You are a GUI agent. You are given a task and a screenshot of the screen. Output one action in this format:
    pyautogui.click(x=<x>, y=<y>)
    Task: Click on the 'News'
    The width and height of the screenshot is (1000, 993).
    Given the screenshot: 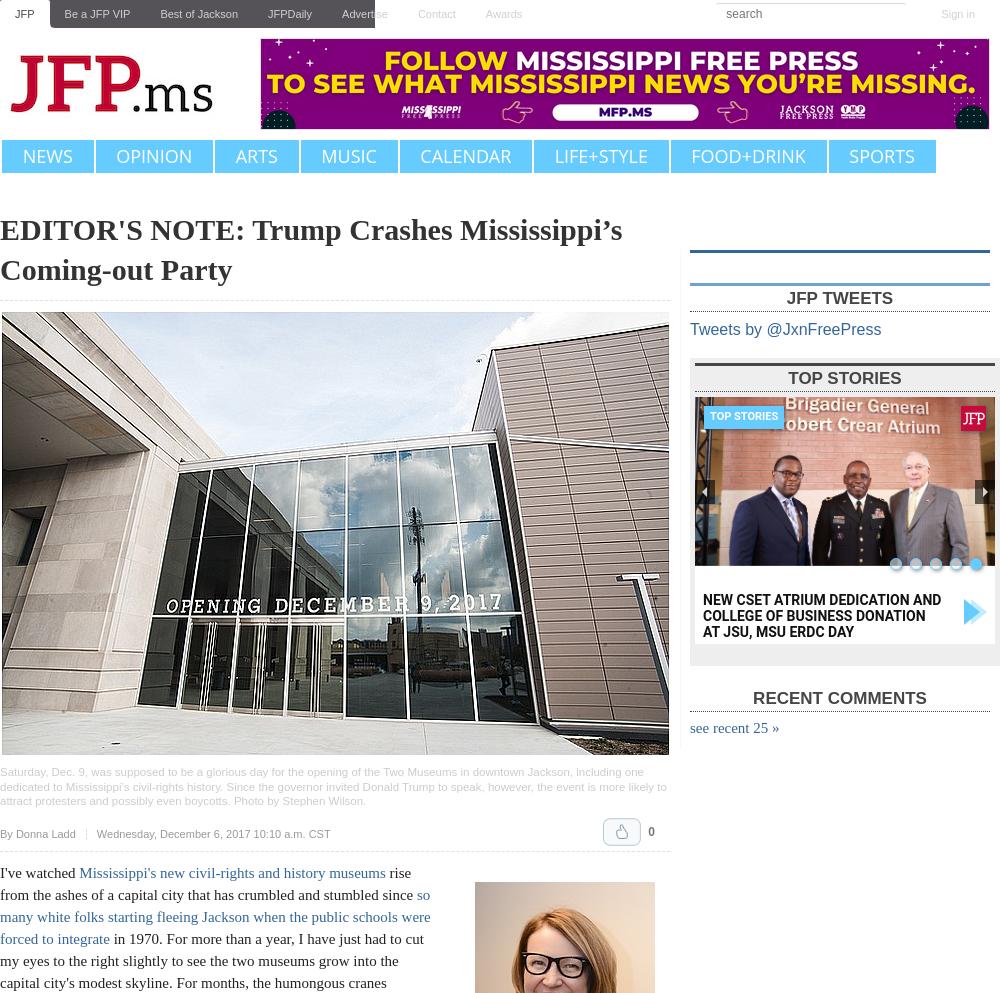 What is the action you would take?
    pyautogui.click(x=47, y=155)
    